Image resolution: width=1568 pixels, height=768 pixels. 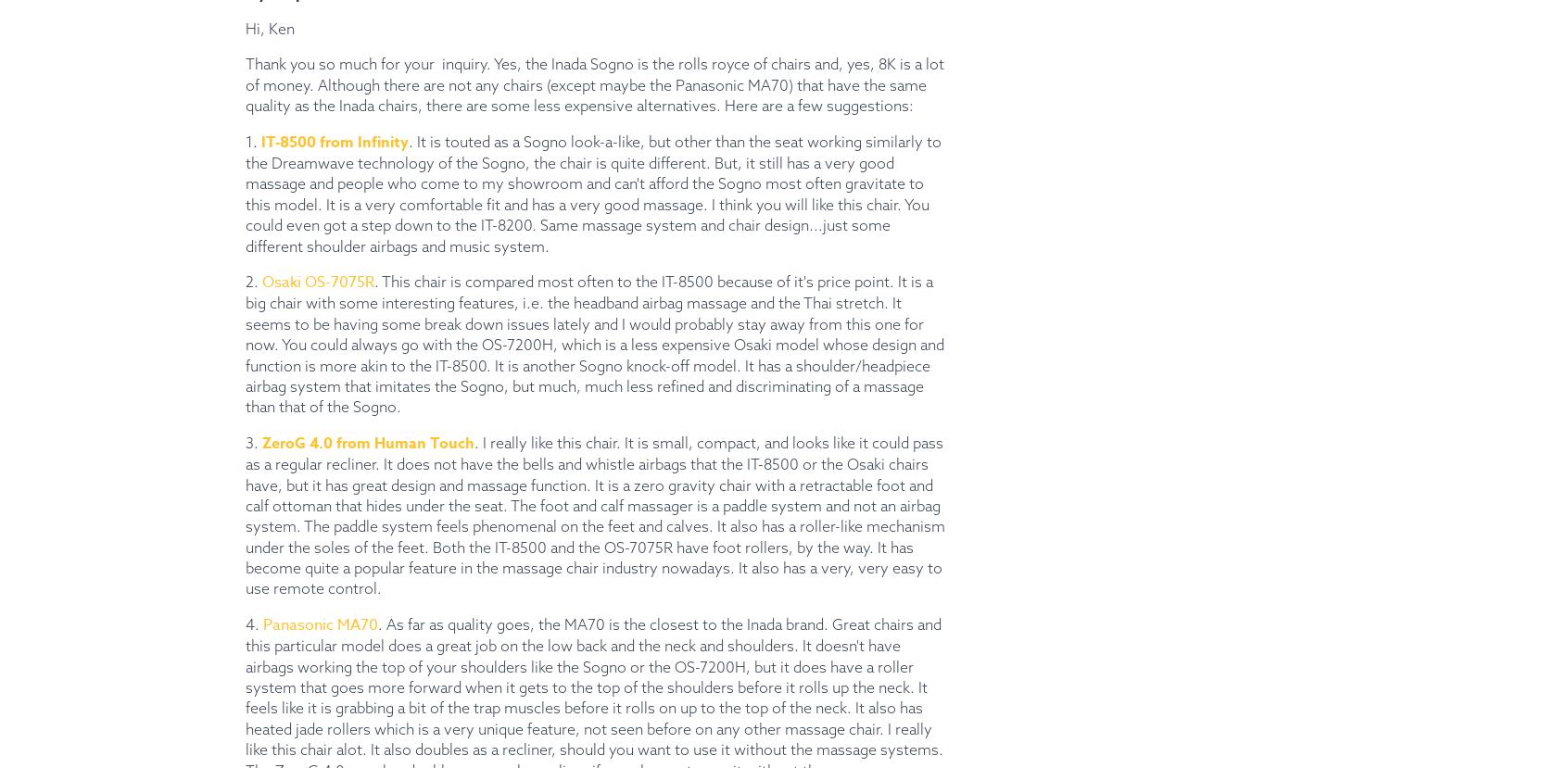 I want to click on '. This chair is compared most often to the IT-8500 because of it's price point. It is a big chair with some interesting features, i.e. the headband airbag massage and the Thai stretch. It seems to be having some break down issues lately and I would probably stay away from this one for now. You could always go with the OS-7200H, which is a less expensive Osaki model whose design and function is more akin to the IT-8500. It is another Sogno knock-off model. It has a shoulder/headpiece airbag system that imitates the Sogno, but much, much less refined and discriminating of a massage than that of the Sogno.', so click(x=594, y=343).